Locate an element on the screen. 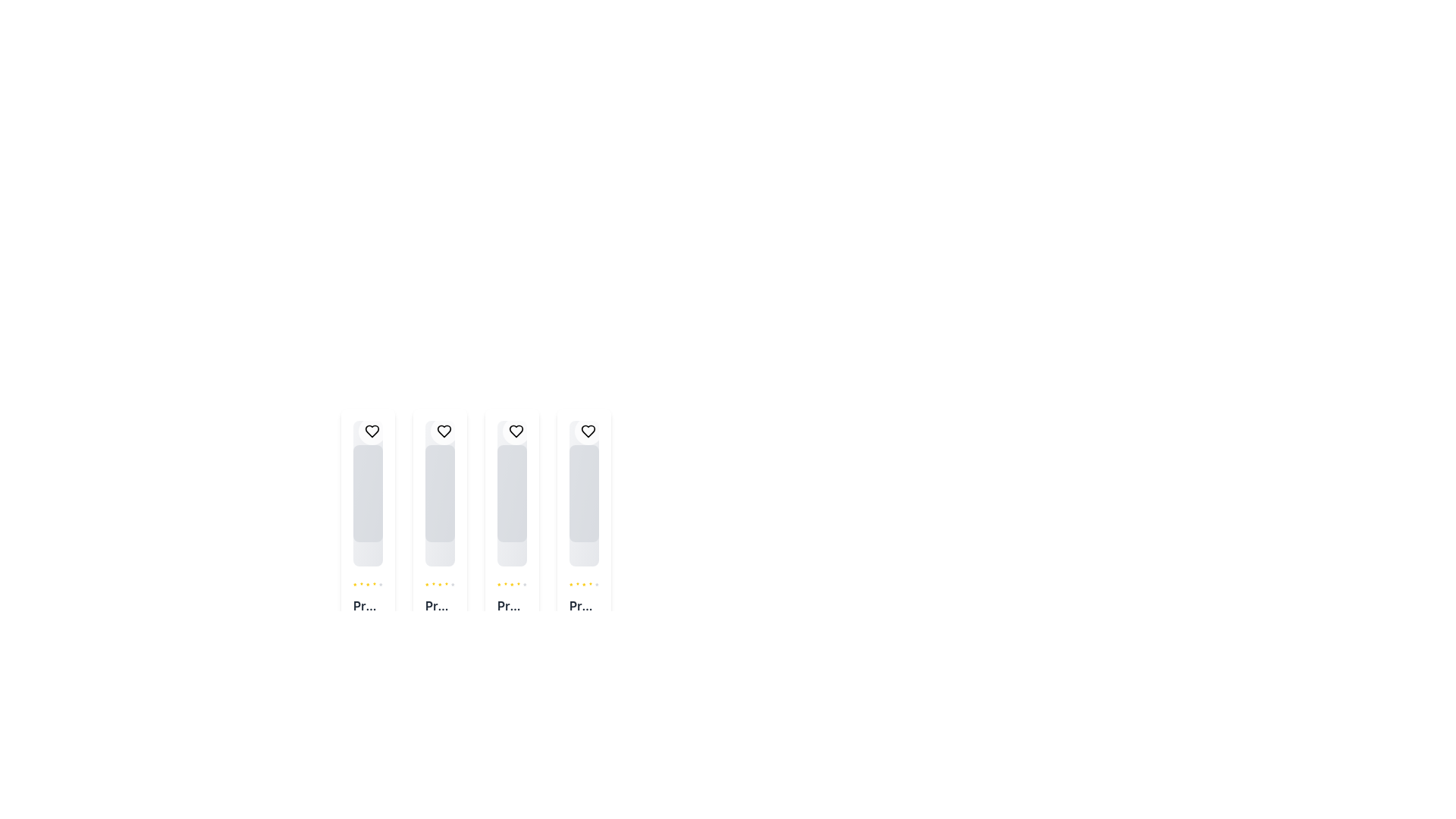  the product name text displayed in the fourth product card, located below the ratings and above the category text, to focus on this element is located at coordinates (583, 604).